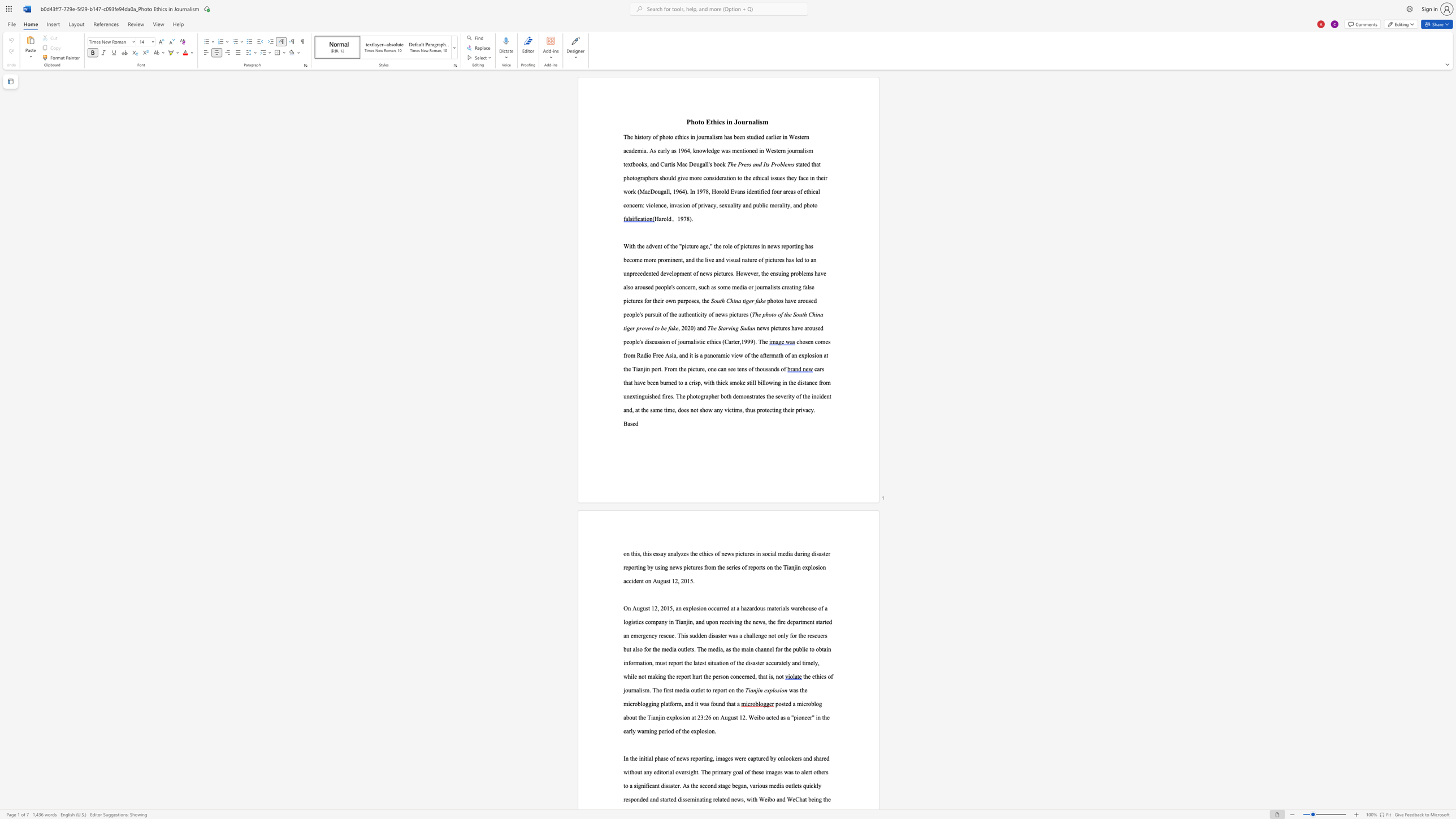 The height and width of the screenshot is (819, 1456). Describe the element at coordinates (665, 205) in the screenshot. I see `the subset text ", invasion of privacy, sexuality and publ" within the text "four areas of ethical concern: violence, invasion of privacy, sexuality and public morality, and photo"` at that location.